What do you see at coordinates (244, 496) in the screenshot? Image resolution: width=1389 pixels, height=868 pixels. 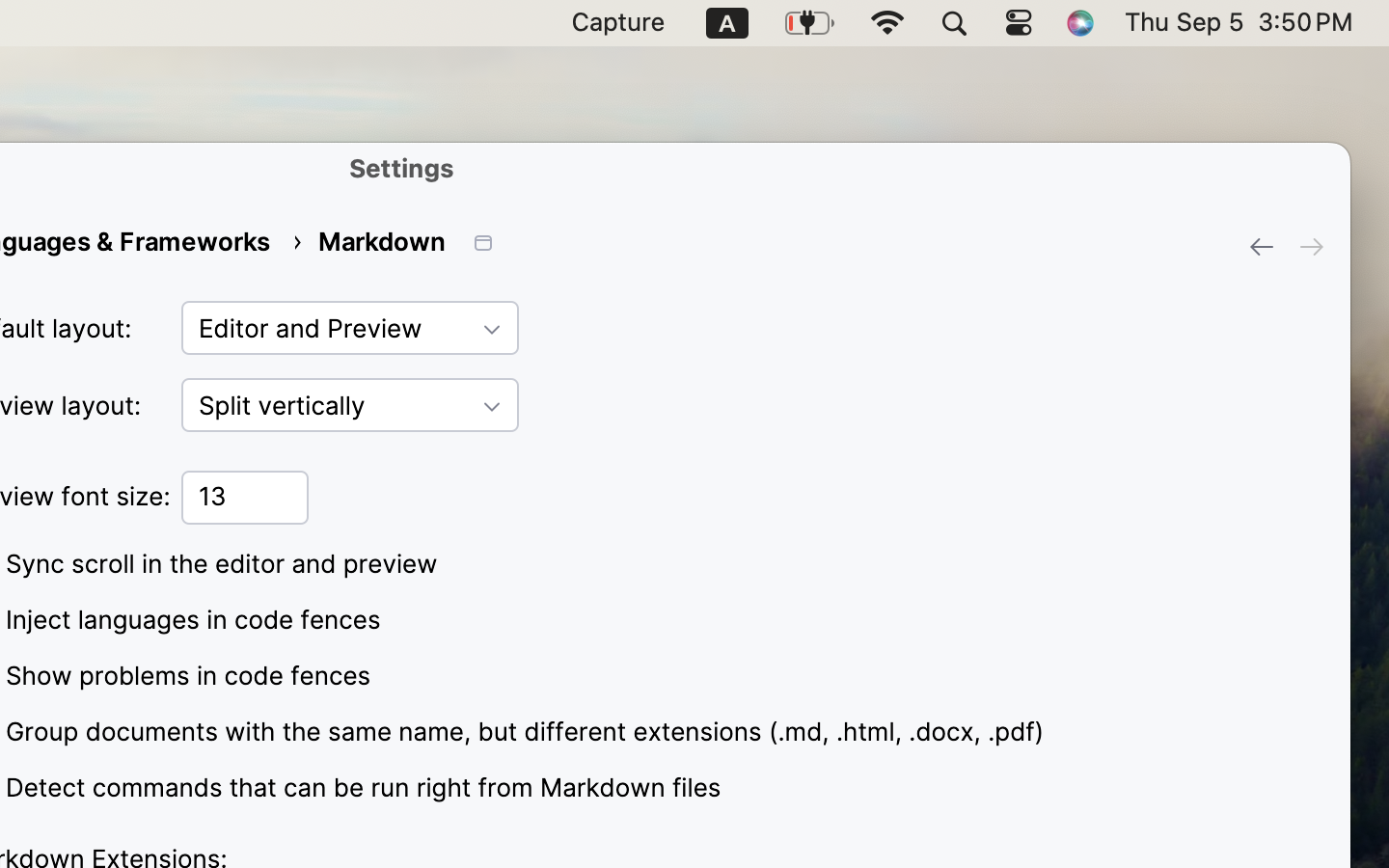 I see `'13'` at bounding box center [244, 496].